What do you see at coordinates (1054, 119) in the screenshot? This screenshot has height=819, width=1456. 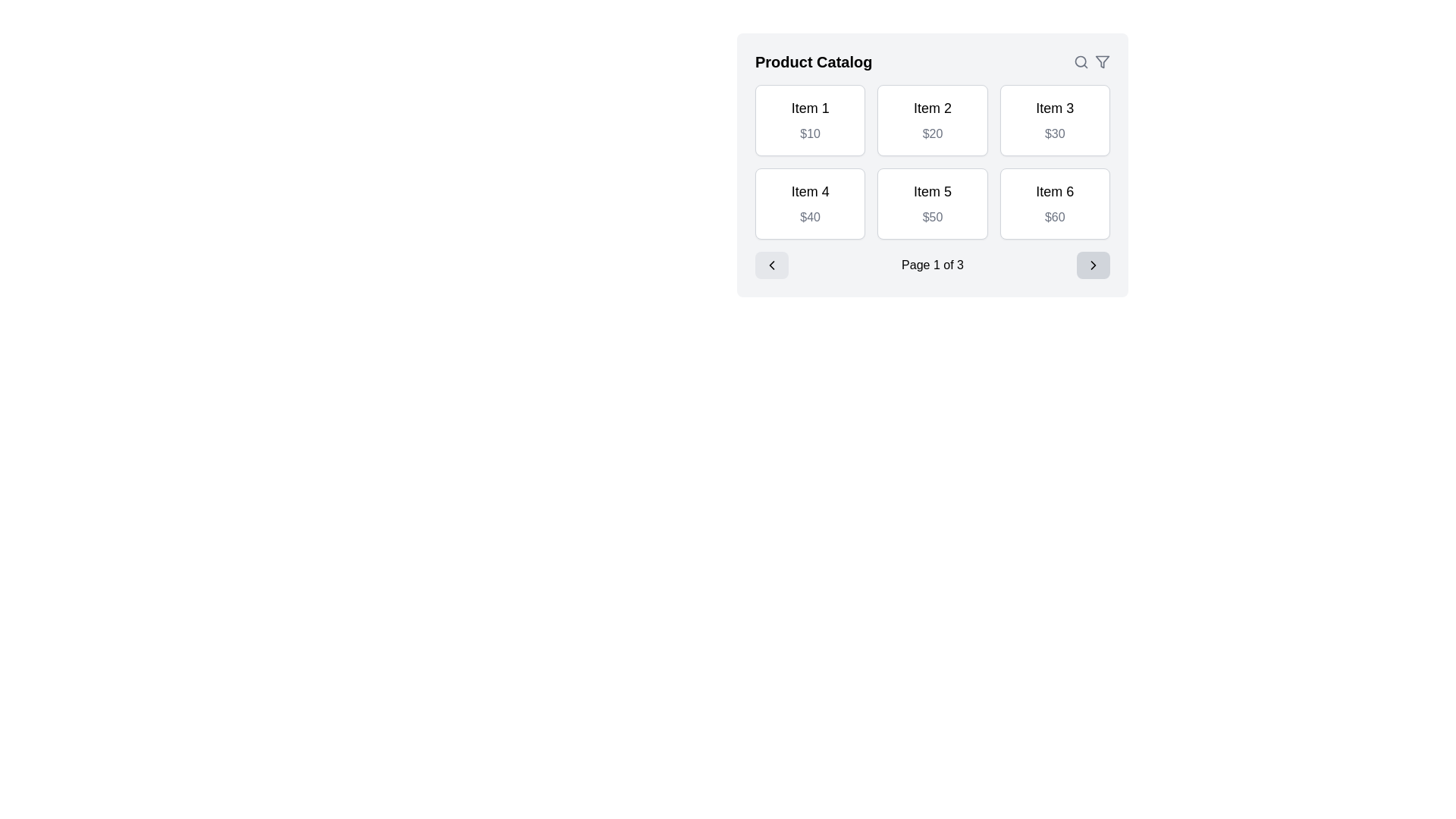 I see `the Card UI component titled 'Item 3' with a price of '$30', which is positioned as the third card in the upper row of the grid layout` at bounding box center [1054, 119].